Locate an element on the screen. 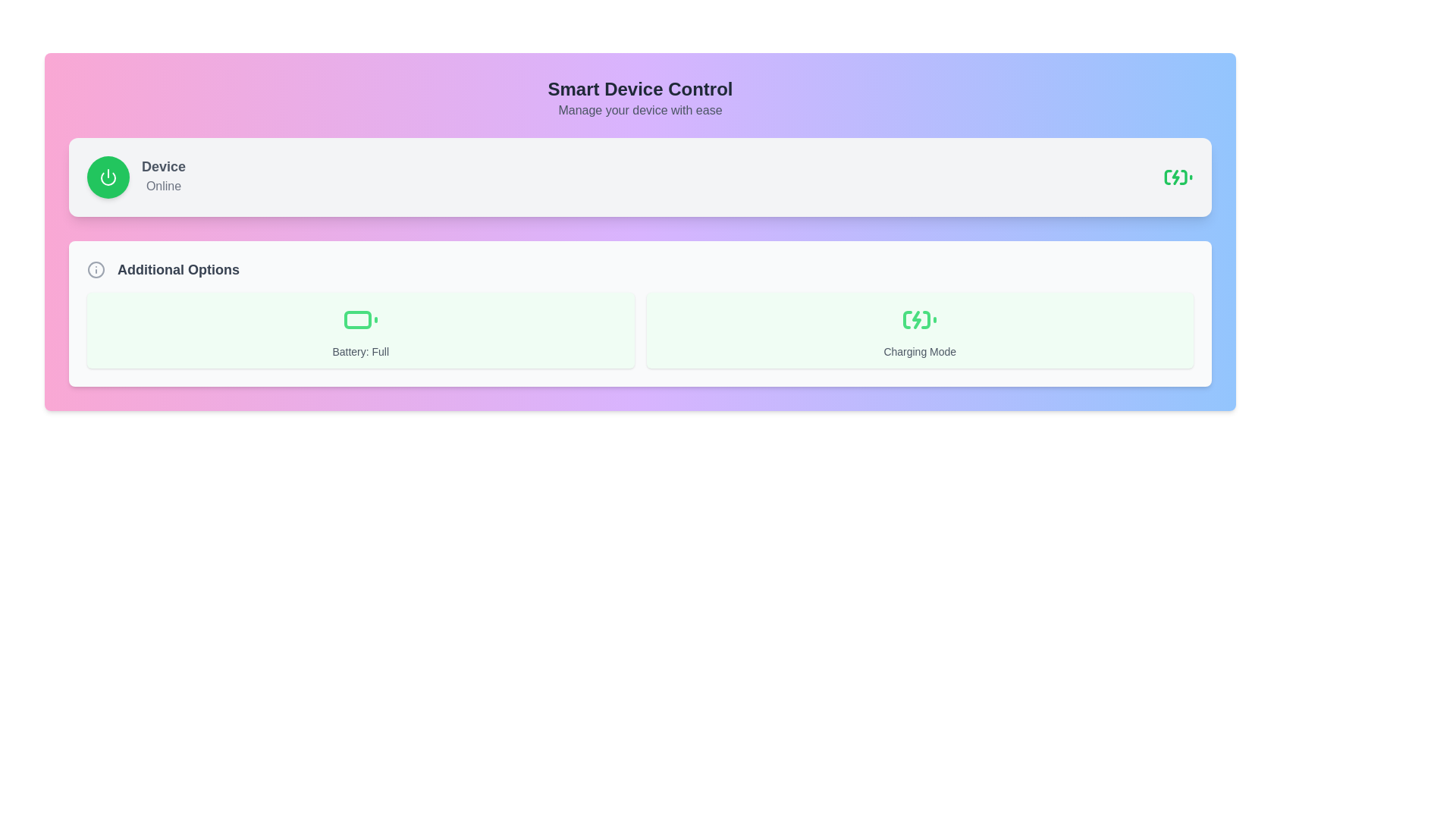 The image size is (1456, 819). the static text label that indicates the device's name or category, located in the first row above the 'Online' text and near the green power button icon is located at coordinates (164, 166).